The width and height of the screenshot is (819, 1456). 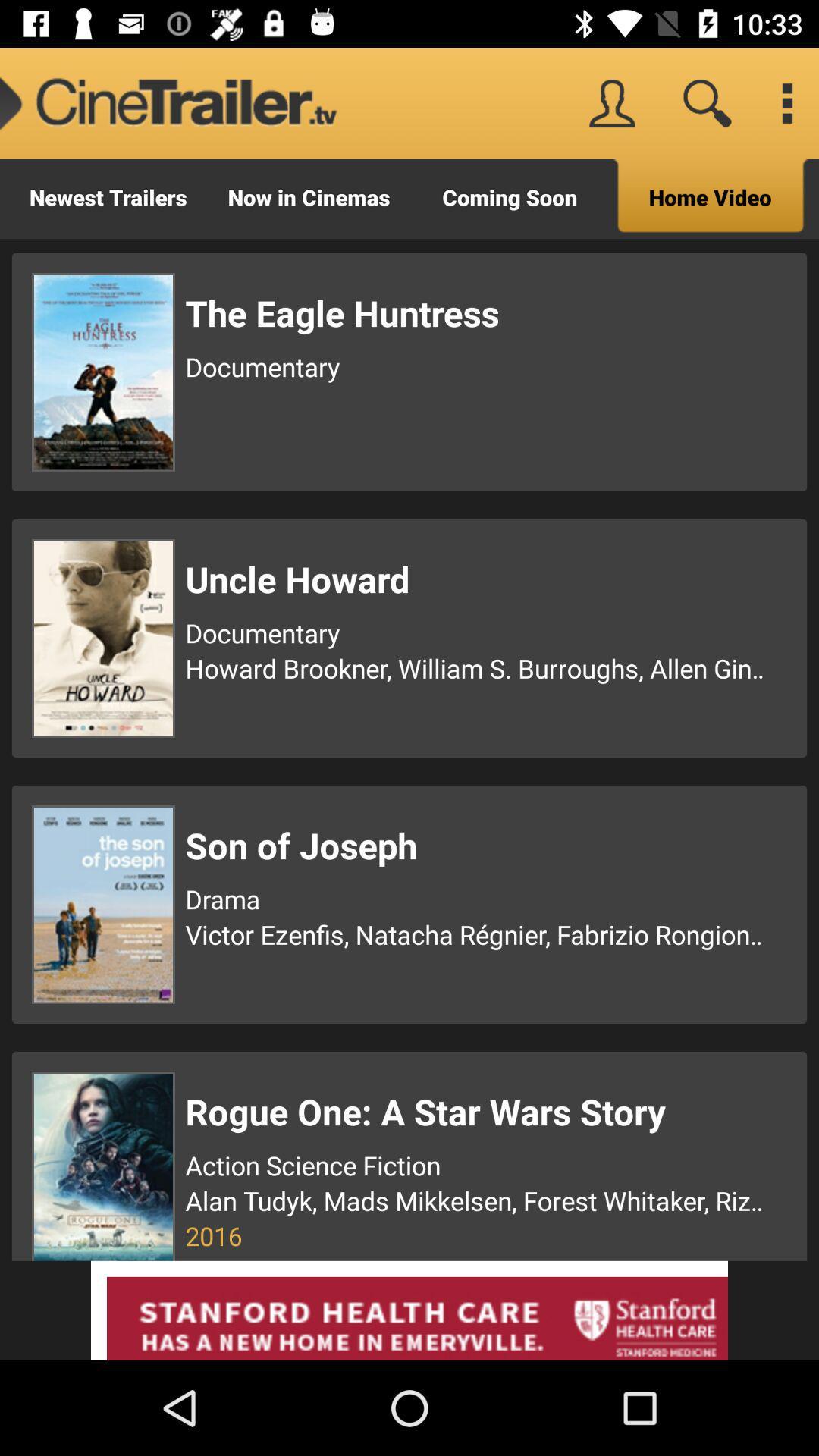 I want to click on icon next to now in cinemas, so click(x=510, y=198).